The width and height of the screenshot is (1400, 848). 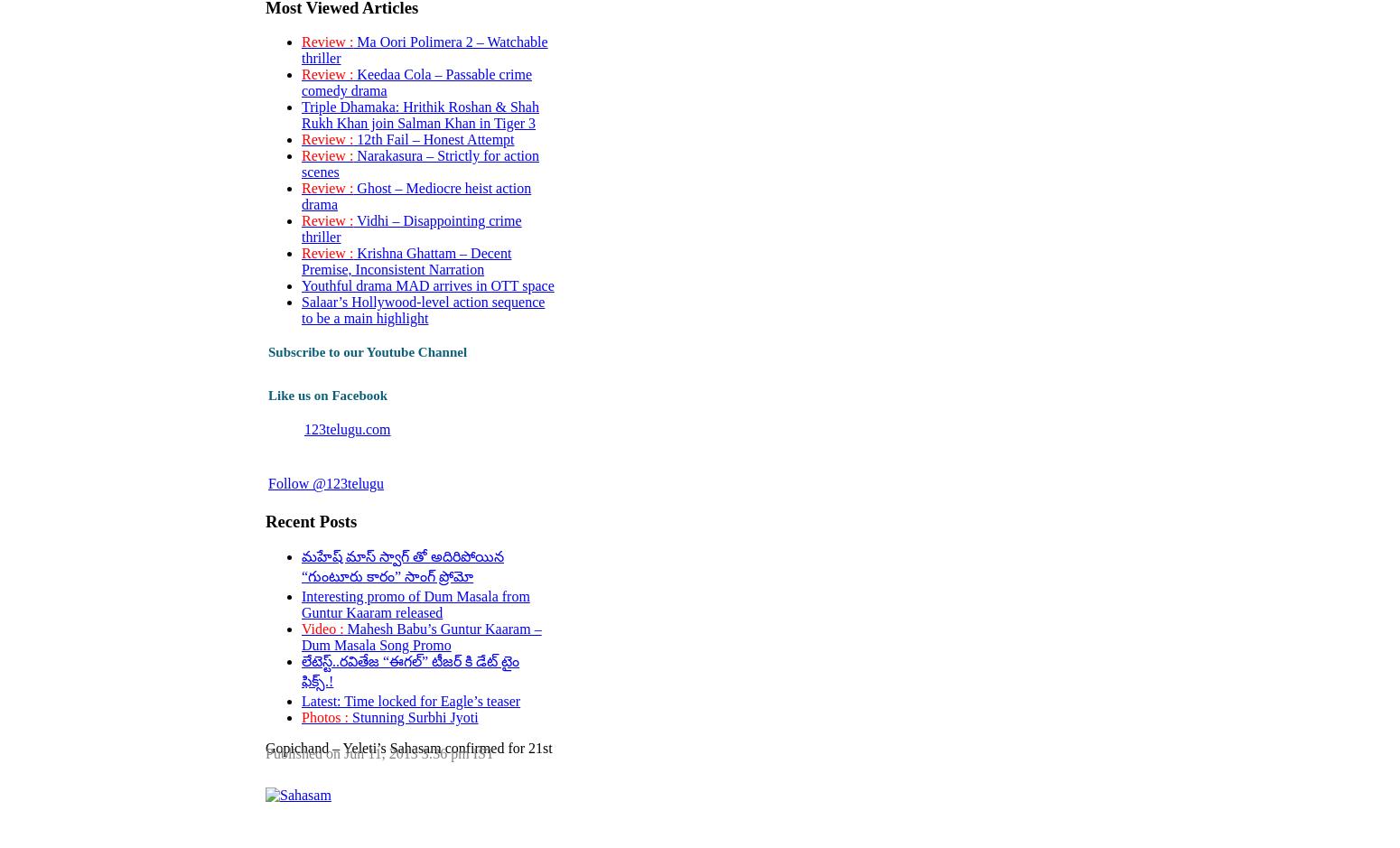 I want to click on 'Salaar’s Hollywood-level action sequence to be a main highlight', so click(x=422, y=309).